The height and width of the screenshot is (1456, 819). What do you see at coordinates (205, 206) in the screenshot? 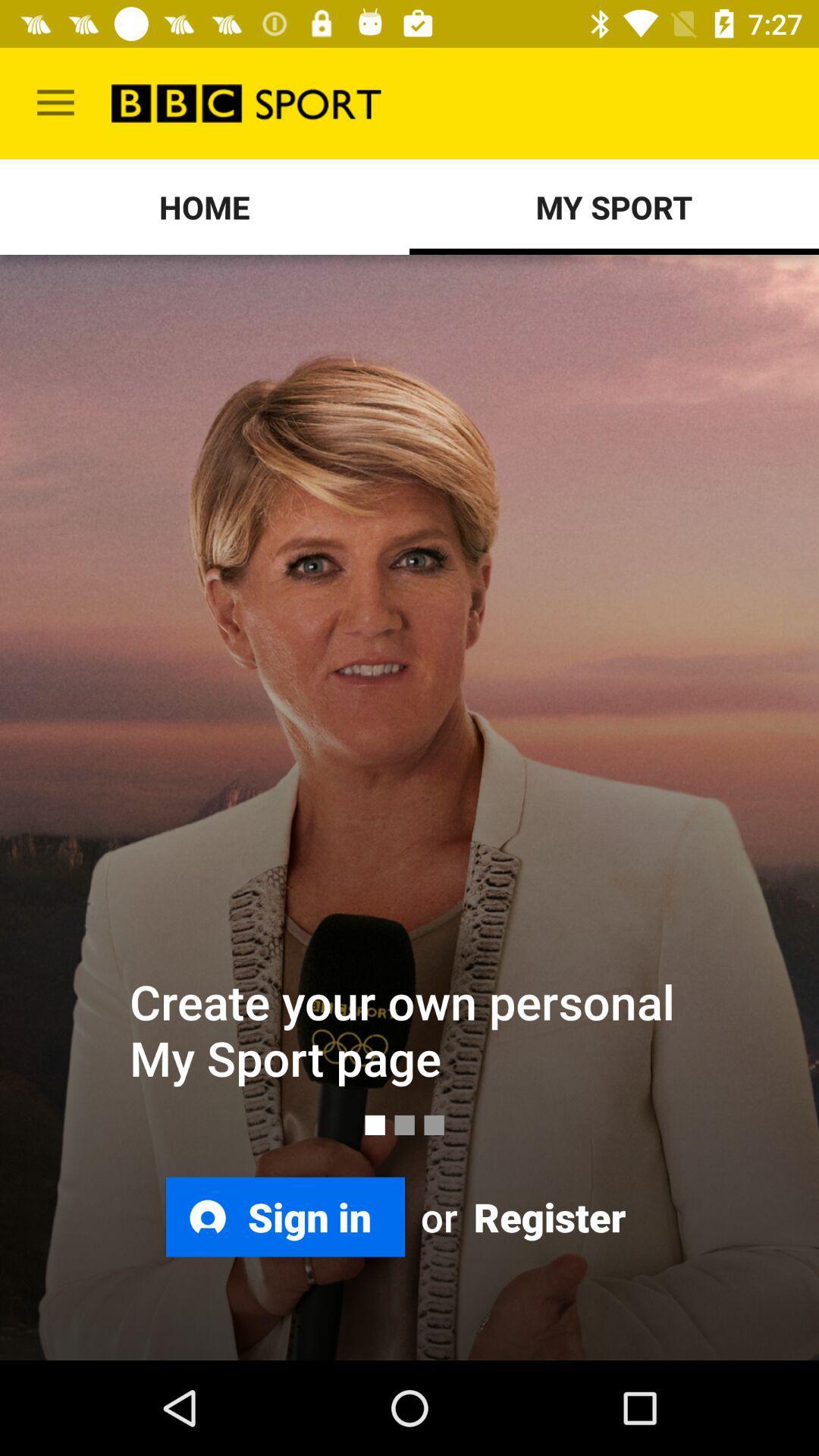
I see `the icon to the left of the my sport icon` at bounding box center [205, 206].